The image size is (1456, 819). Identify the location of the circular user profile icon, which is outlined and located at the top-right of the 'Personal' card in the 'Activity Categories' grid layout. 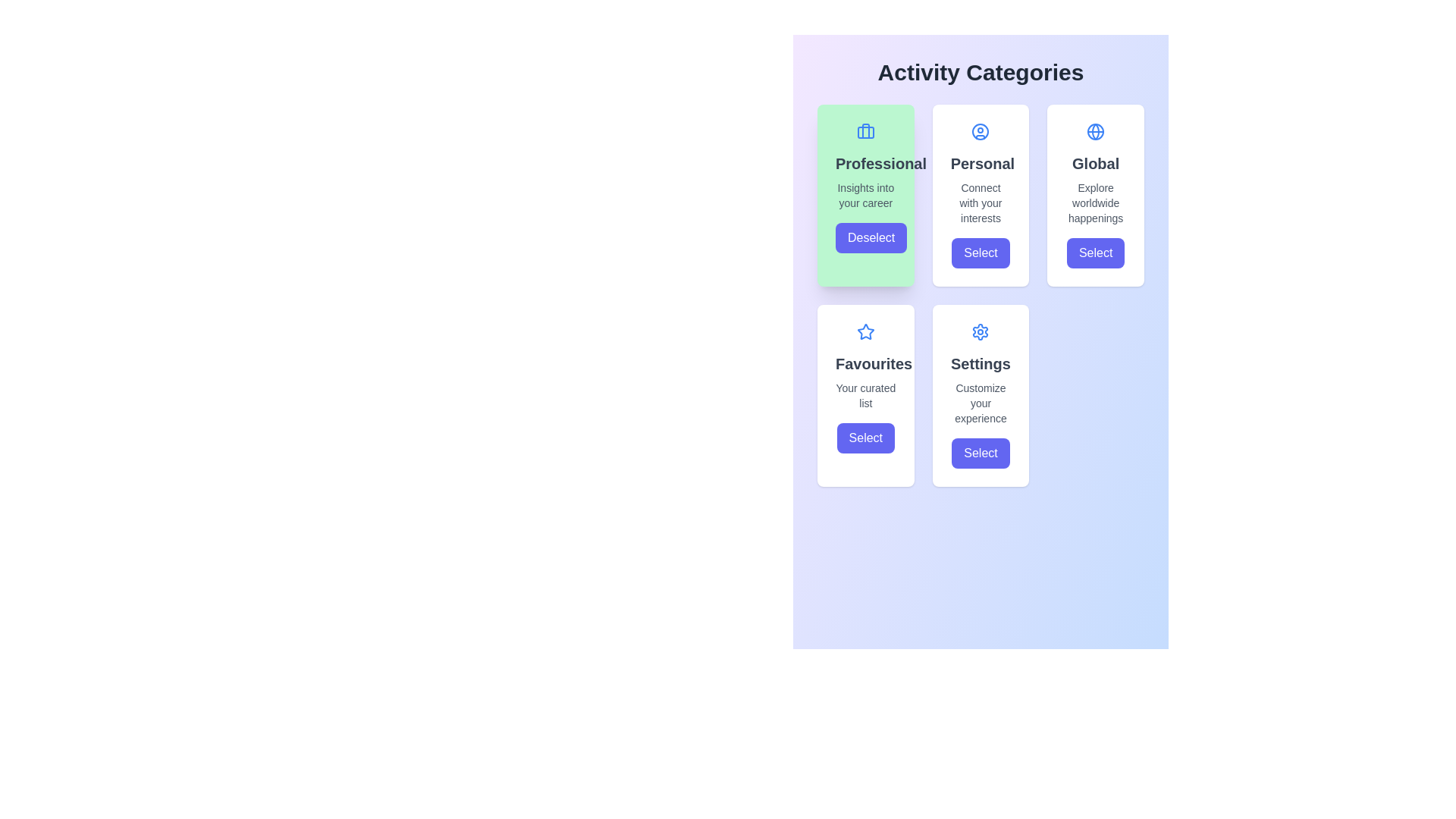
(981, 130).